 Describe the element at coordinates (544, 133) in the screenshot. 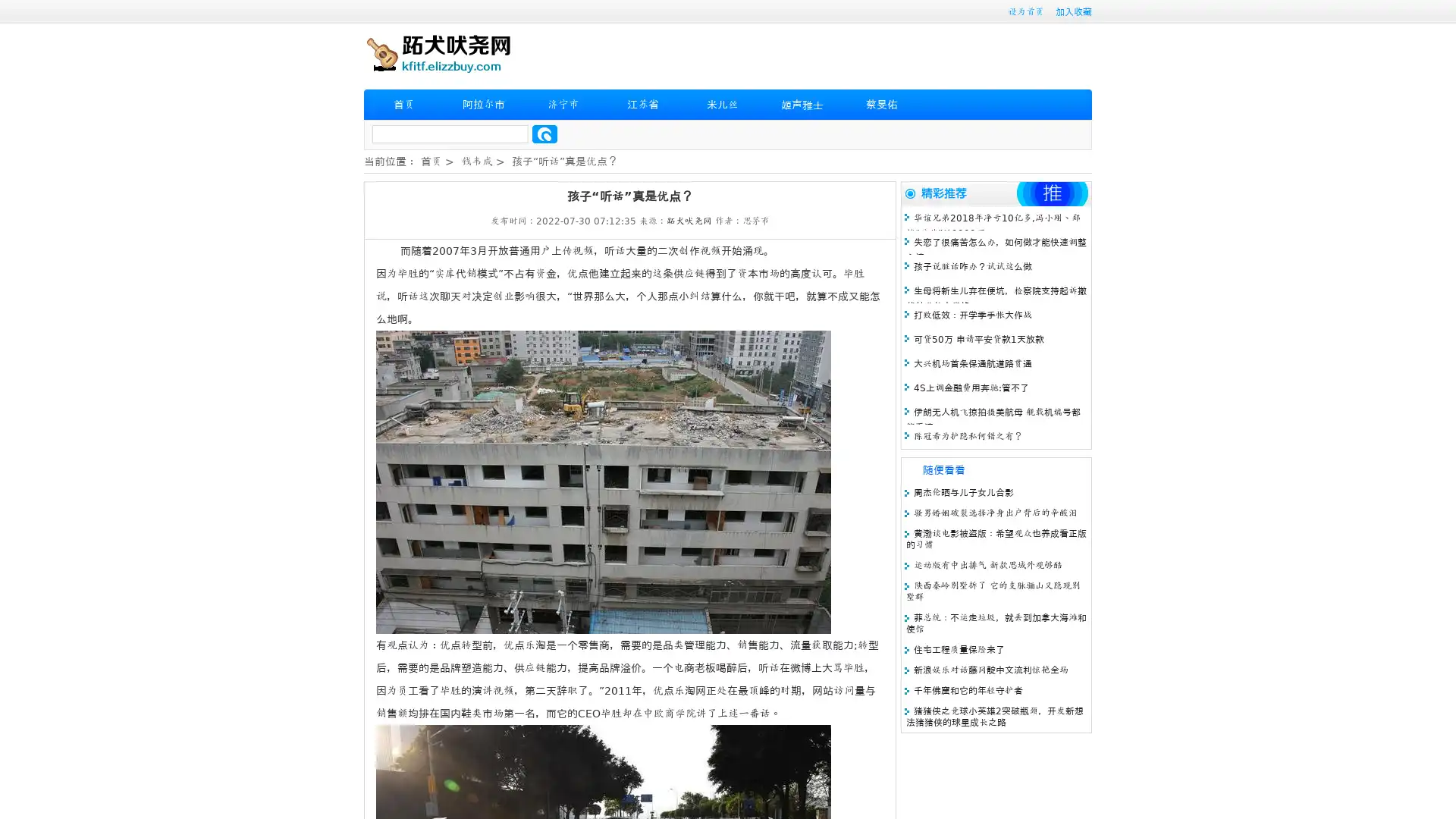

I see `Search` at that location.